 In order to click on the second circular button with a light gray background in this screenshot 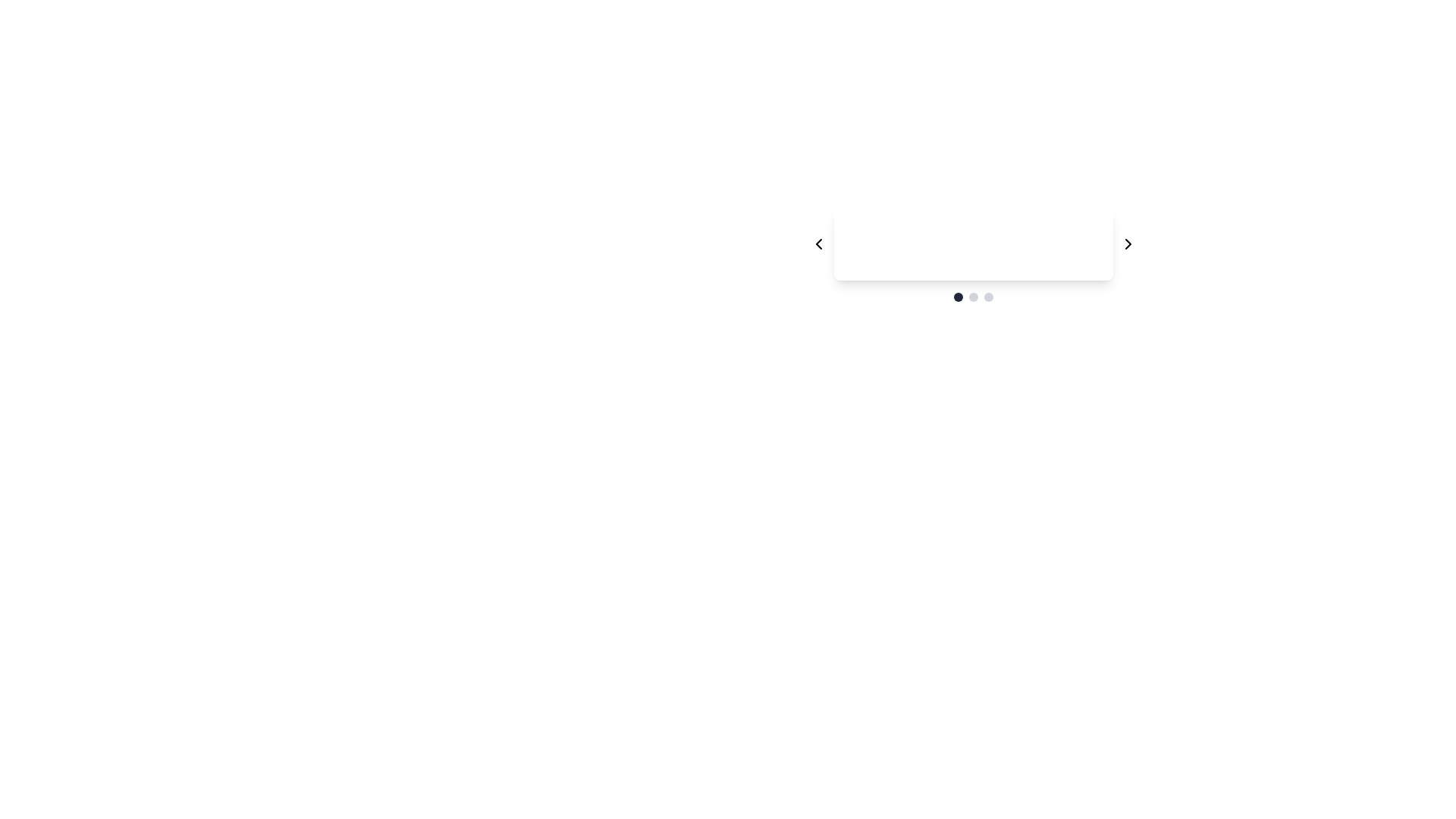, I will do `click(973, 297)`.